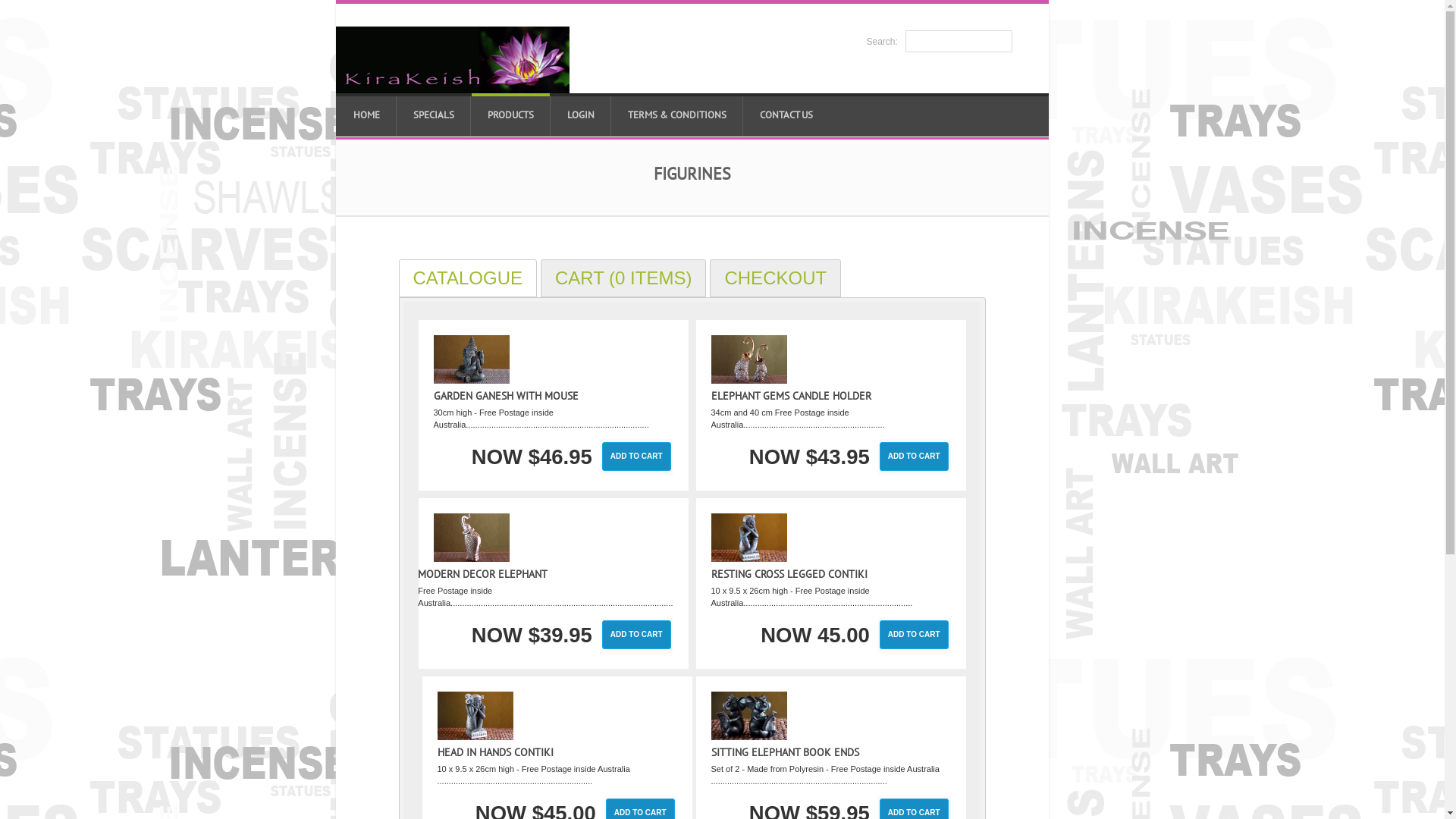  I want to click on 'SPECIALS', so click(432, 114).